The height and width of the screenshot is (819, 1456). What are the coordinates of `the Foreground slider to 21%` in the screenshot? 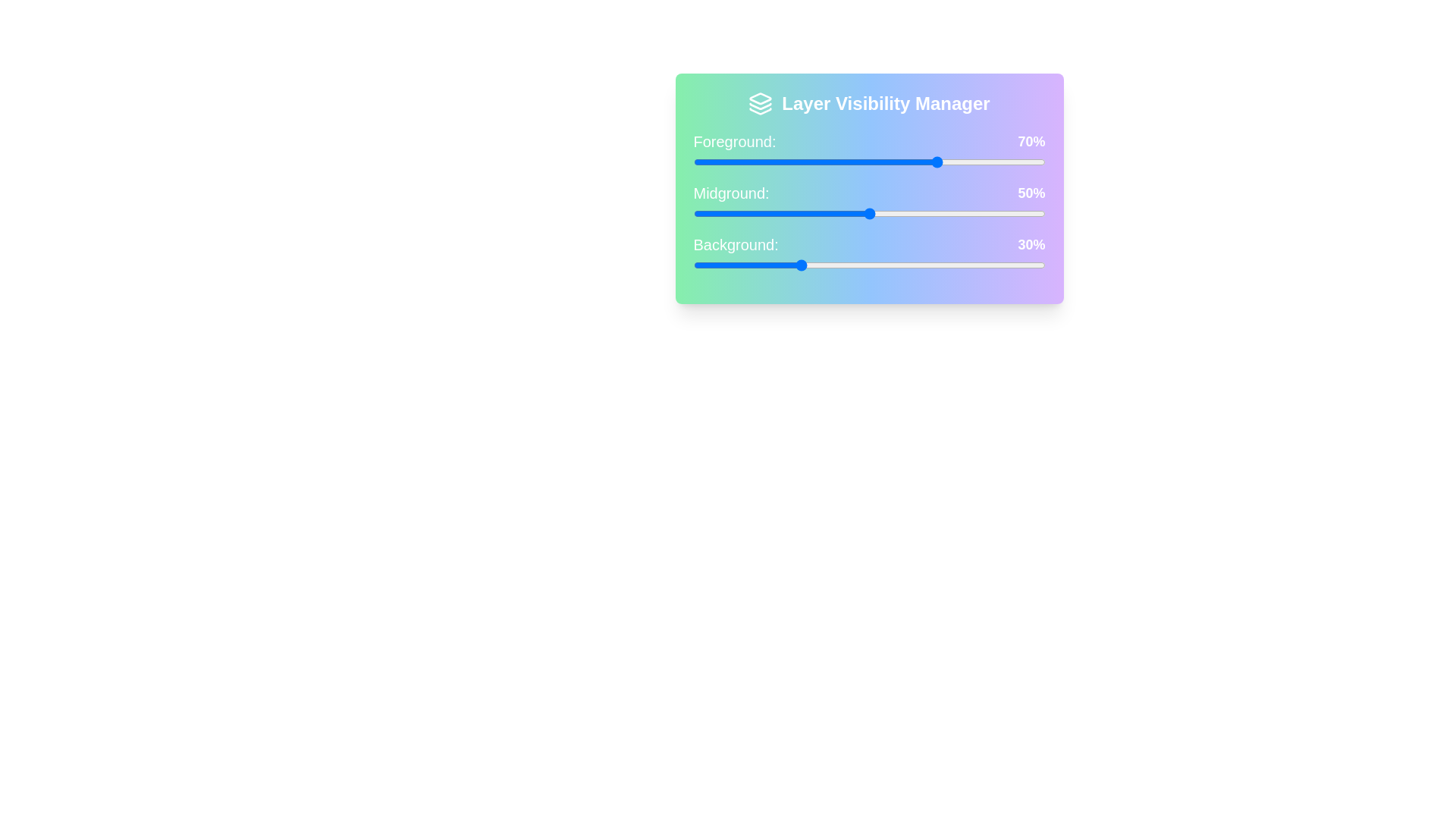 It's located at (767, 162).